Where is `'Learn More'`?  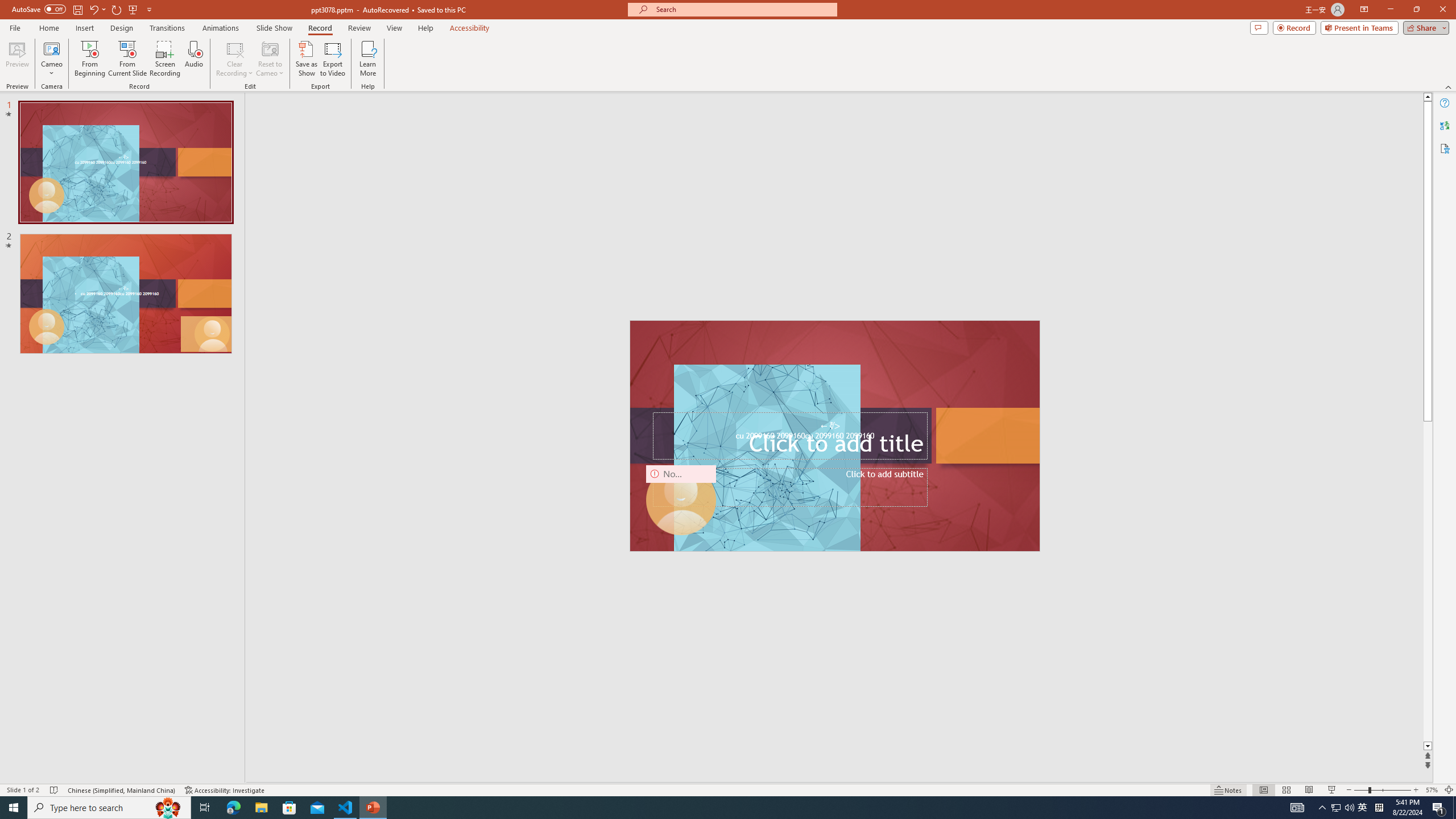 'Learn More' is located at coordinates (368, 59).